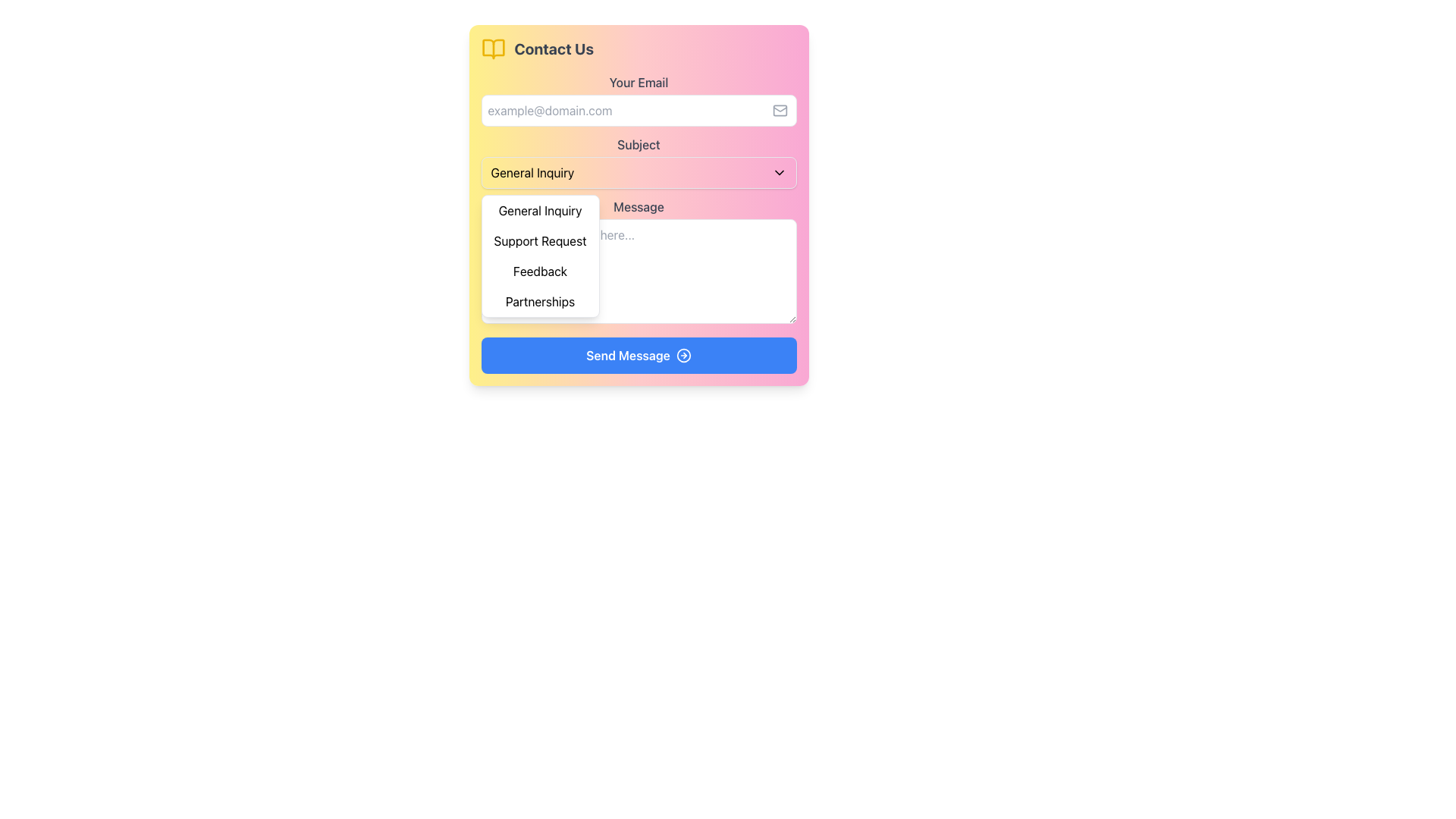 Image resolution: width=1456 pixels, height=819 pixels. Describe the element at coordinates (682, 356) in the screenshot. I see `the message sending icon located on the far-right side of the 'Send Message' button within the contact form` at that location.